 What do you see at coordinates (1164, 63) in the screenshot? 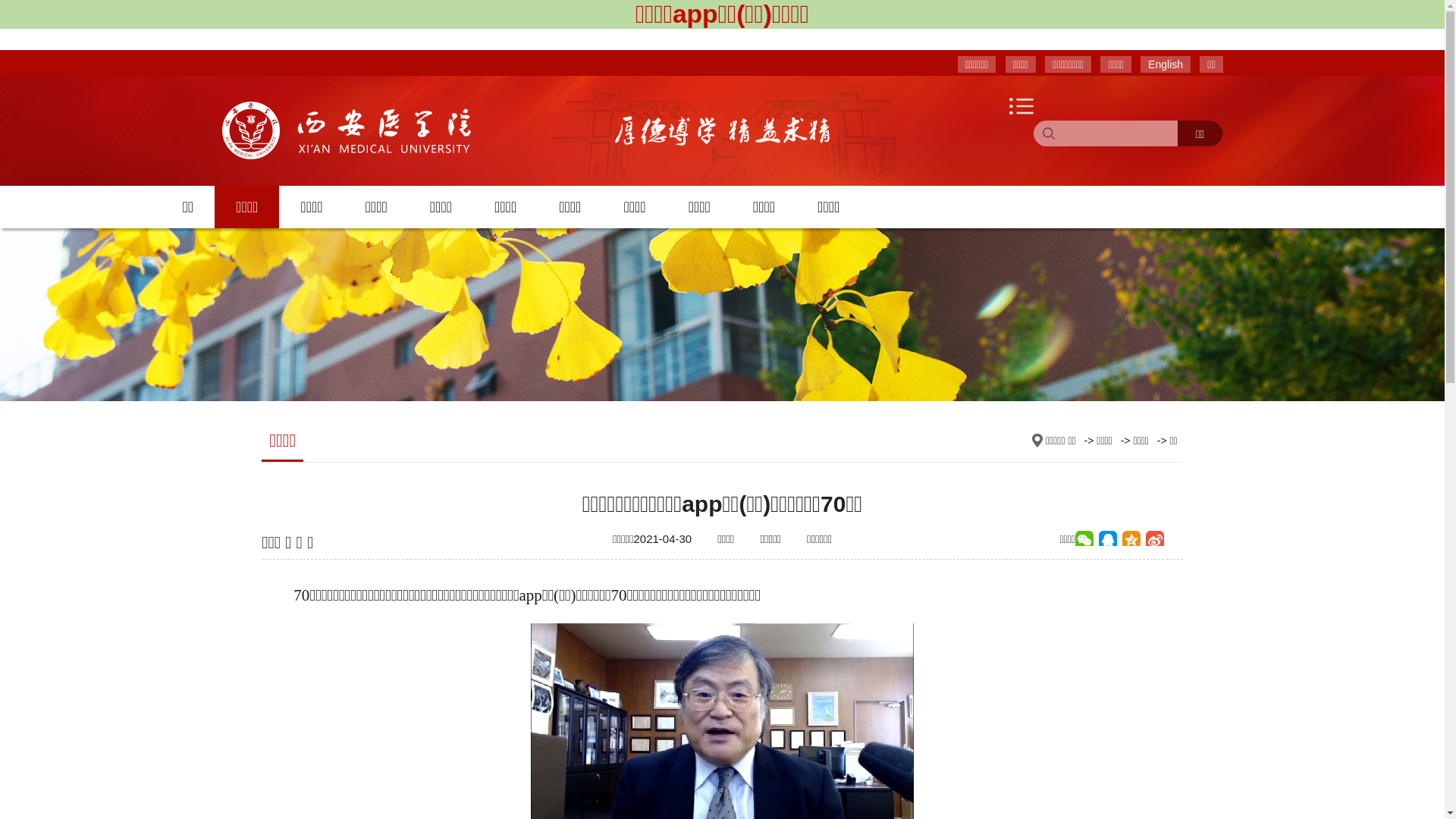
I see `'English'` at bounding box center [1164, 63].